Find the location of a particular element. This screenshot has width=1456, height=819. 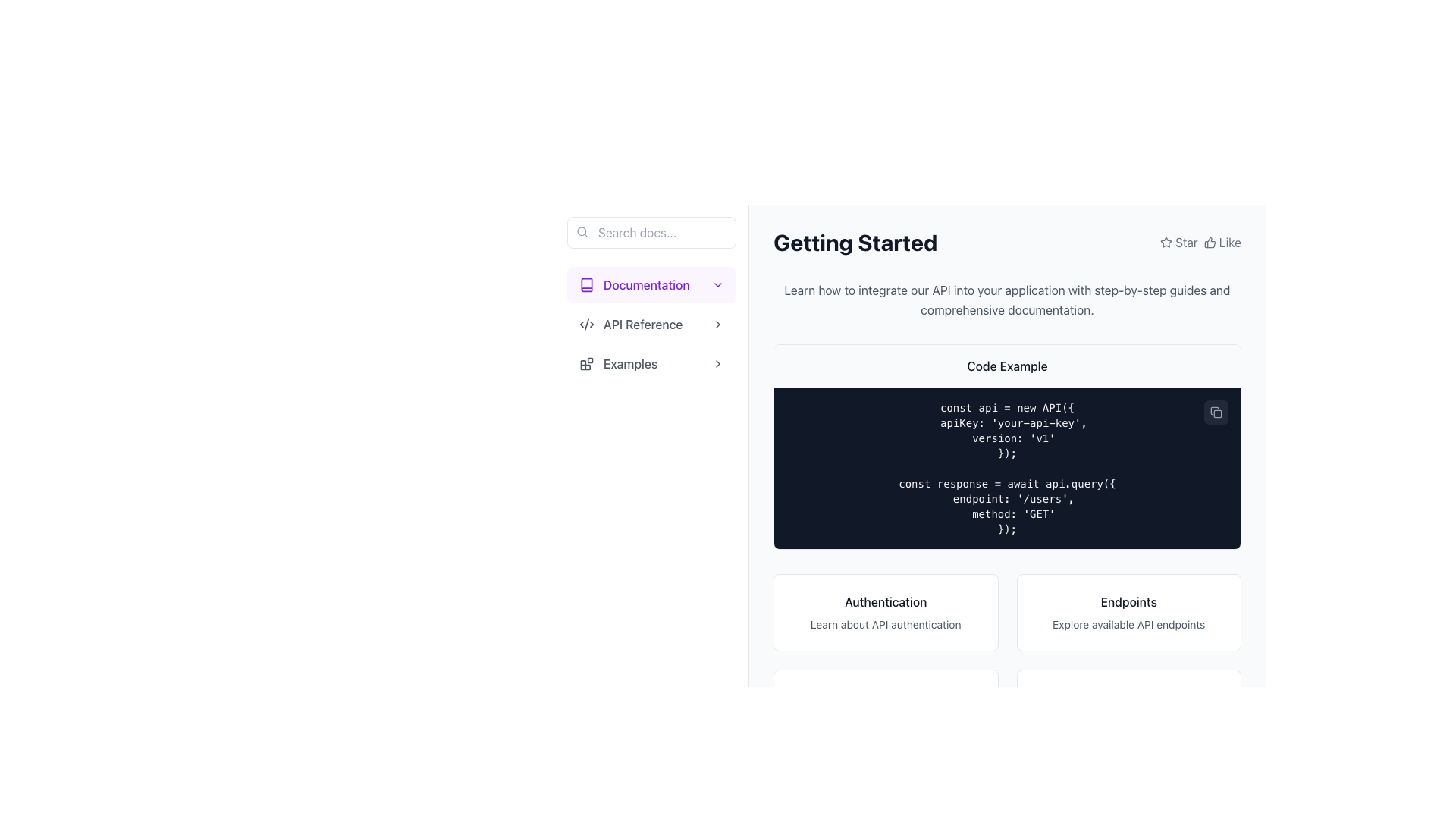

the 'Examples' navigation icon located in the left navigation menu, positioned to the left of the 'Examples' text and chevron icon is located at coordinates (585, 363).